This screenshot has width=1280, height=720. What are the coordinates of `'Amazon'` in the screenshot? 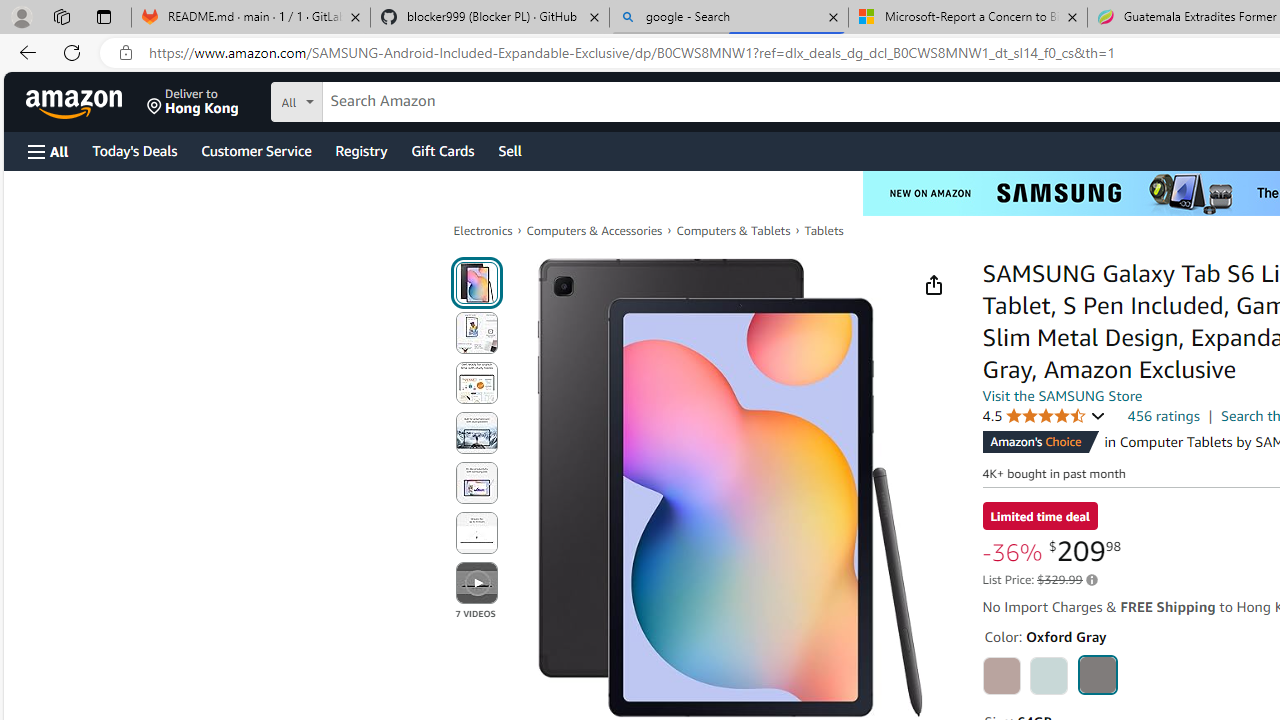 It's located at (76, 101).